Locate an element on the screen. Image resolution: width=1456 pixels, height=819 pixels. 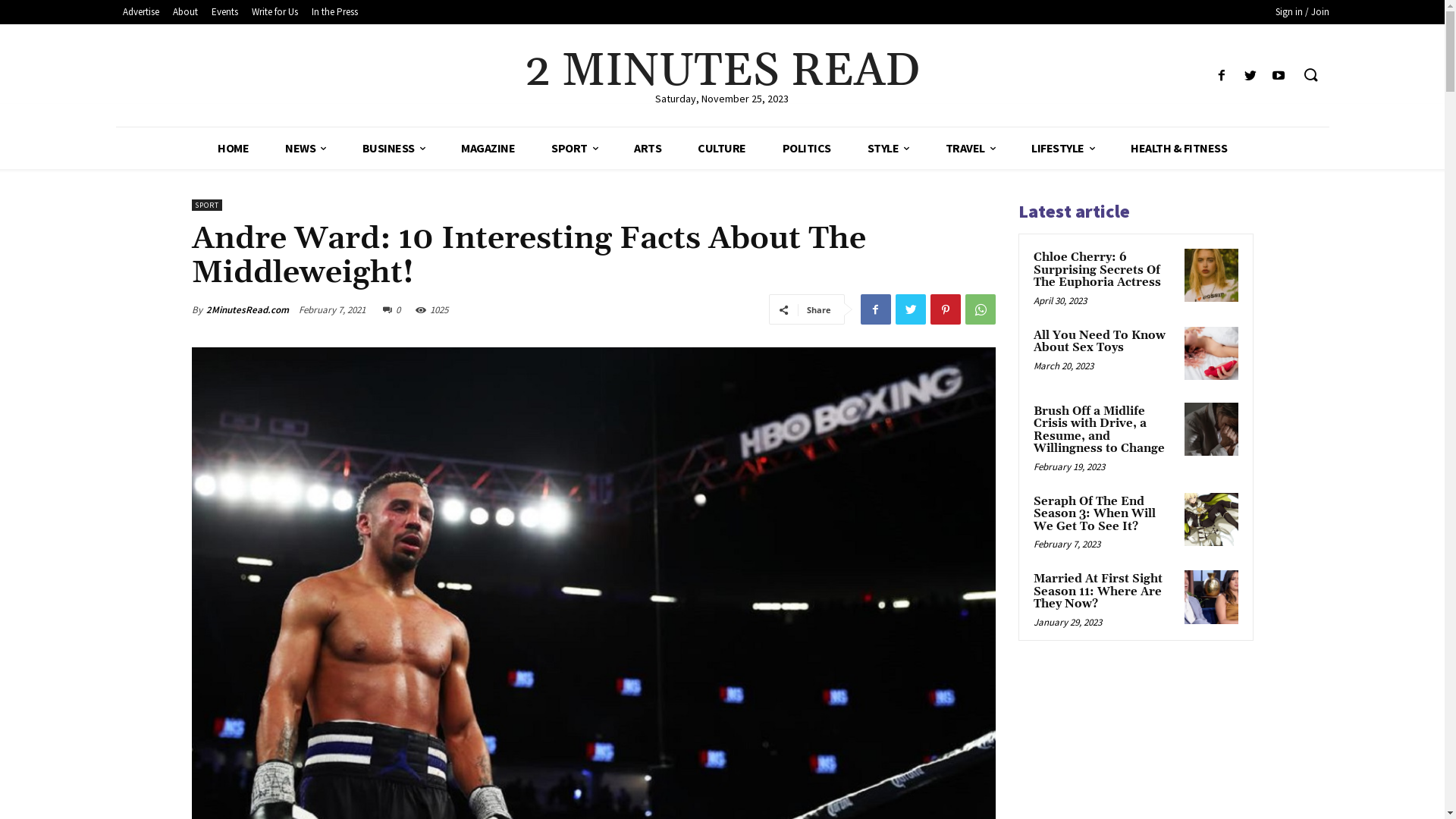
'2 MINUTES READ' is located at coordinates (720, 72).